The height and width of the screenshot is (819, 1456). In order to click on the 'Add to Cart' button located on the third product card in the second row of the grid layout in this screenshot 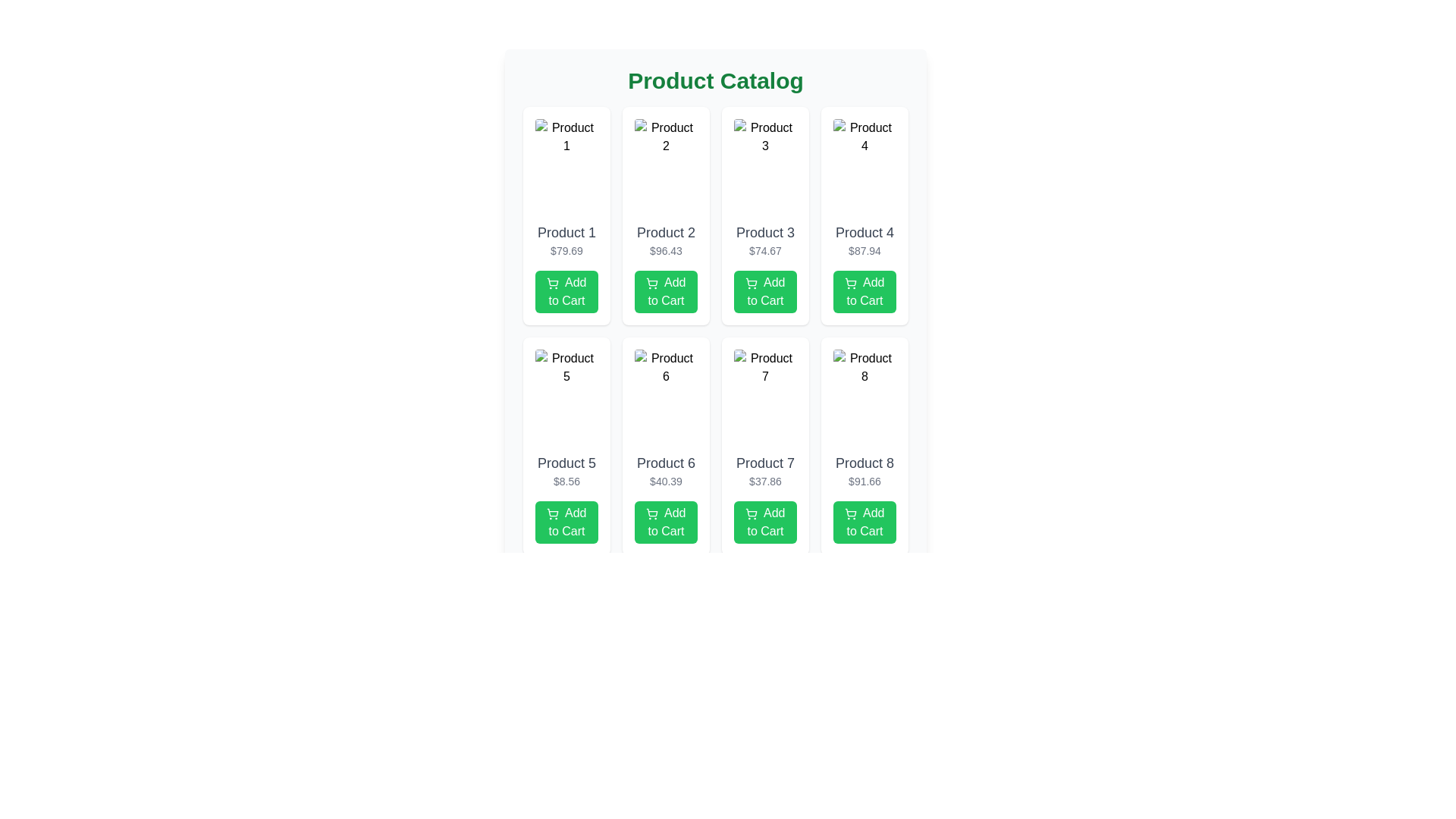, I will do `click(765, 446)`.